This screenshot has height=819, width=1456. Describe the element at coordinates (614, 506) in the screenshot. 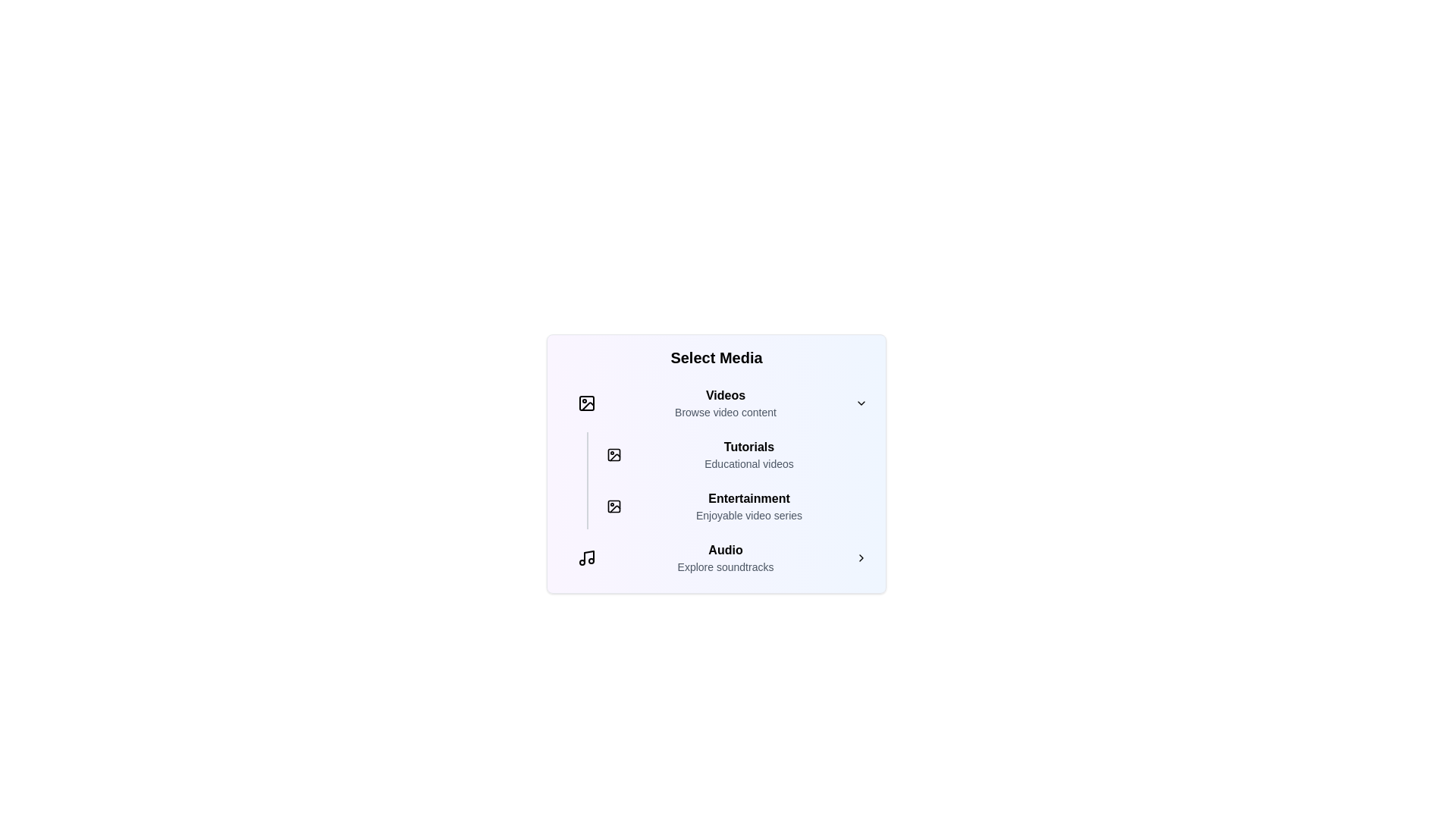

I see `the 'Entertainment' icon located on the left side of the 'Entertainment' menu option` at that location.